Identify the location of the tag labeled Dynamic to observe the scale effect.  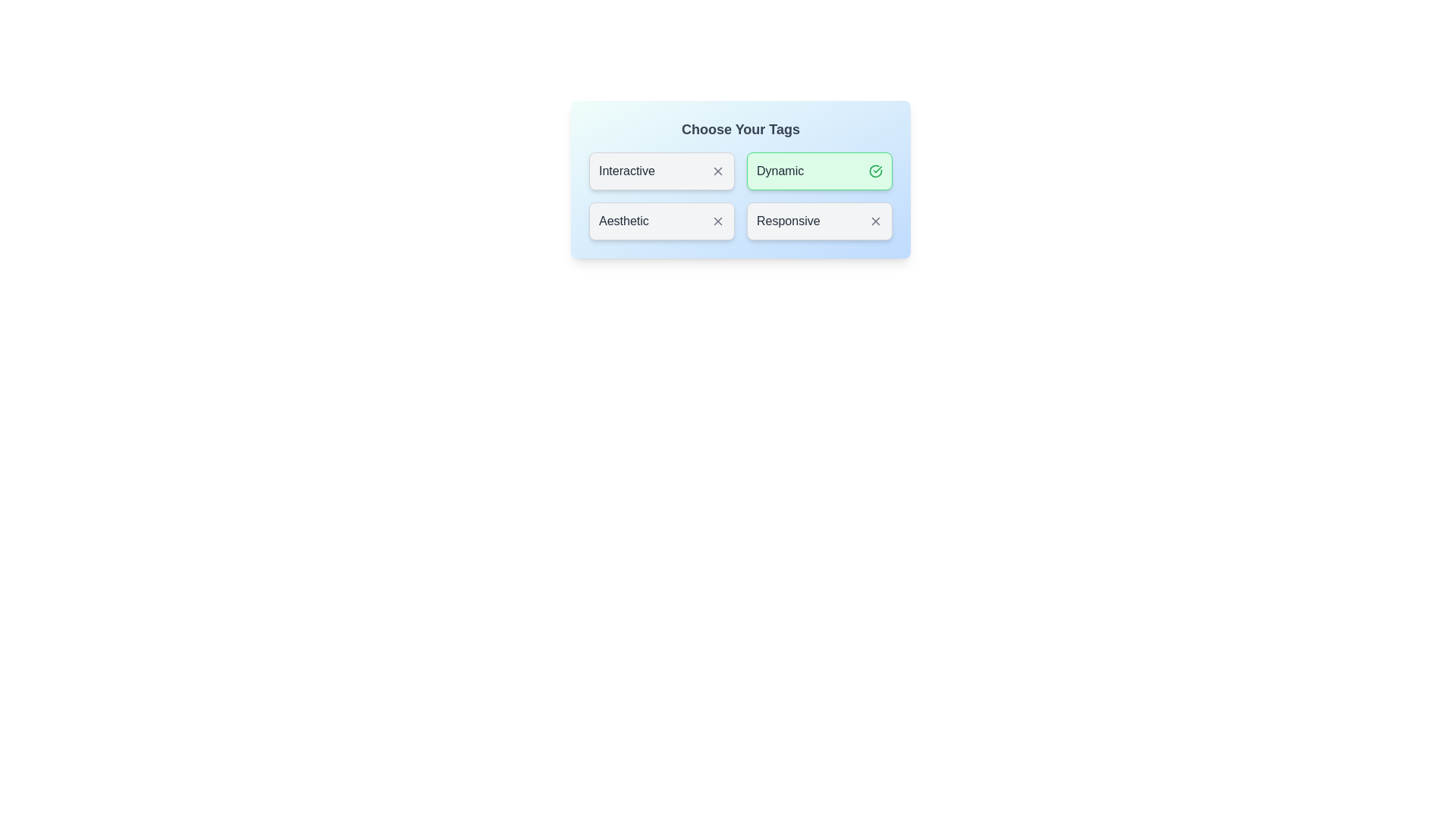
(818, 171).